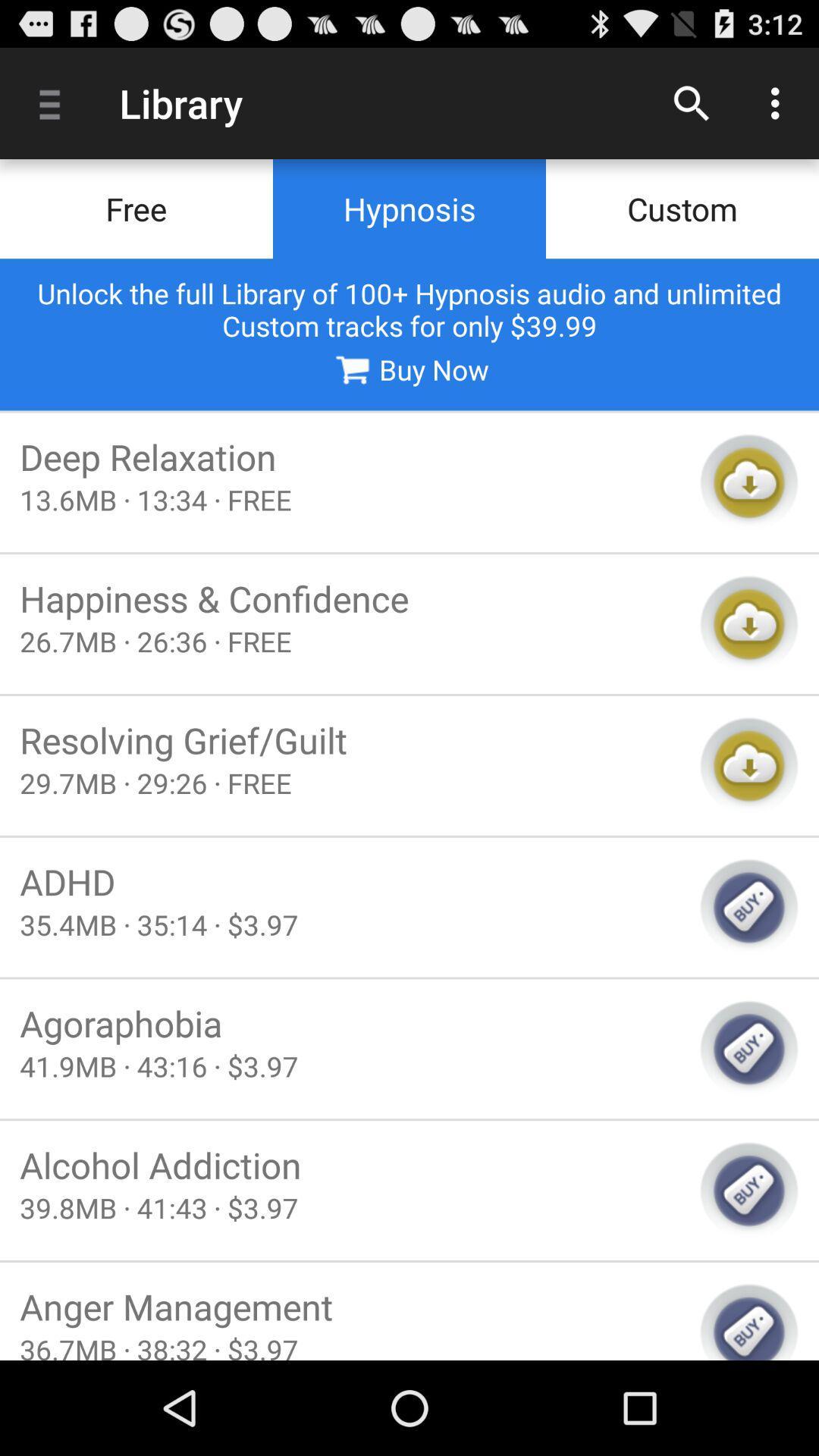  What do you see at coordinates (55, 102) in the screenshot?
I see `icon to the left of the library app` at bounding box center [55, 102].